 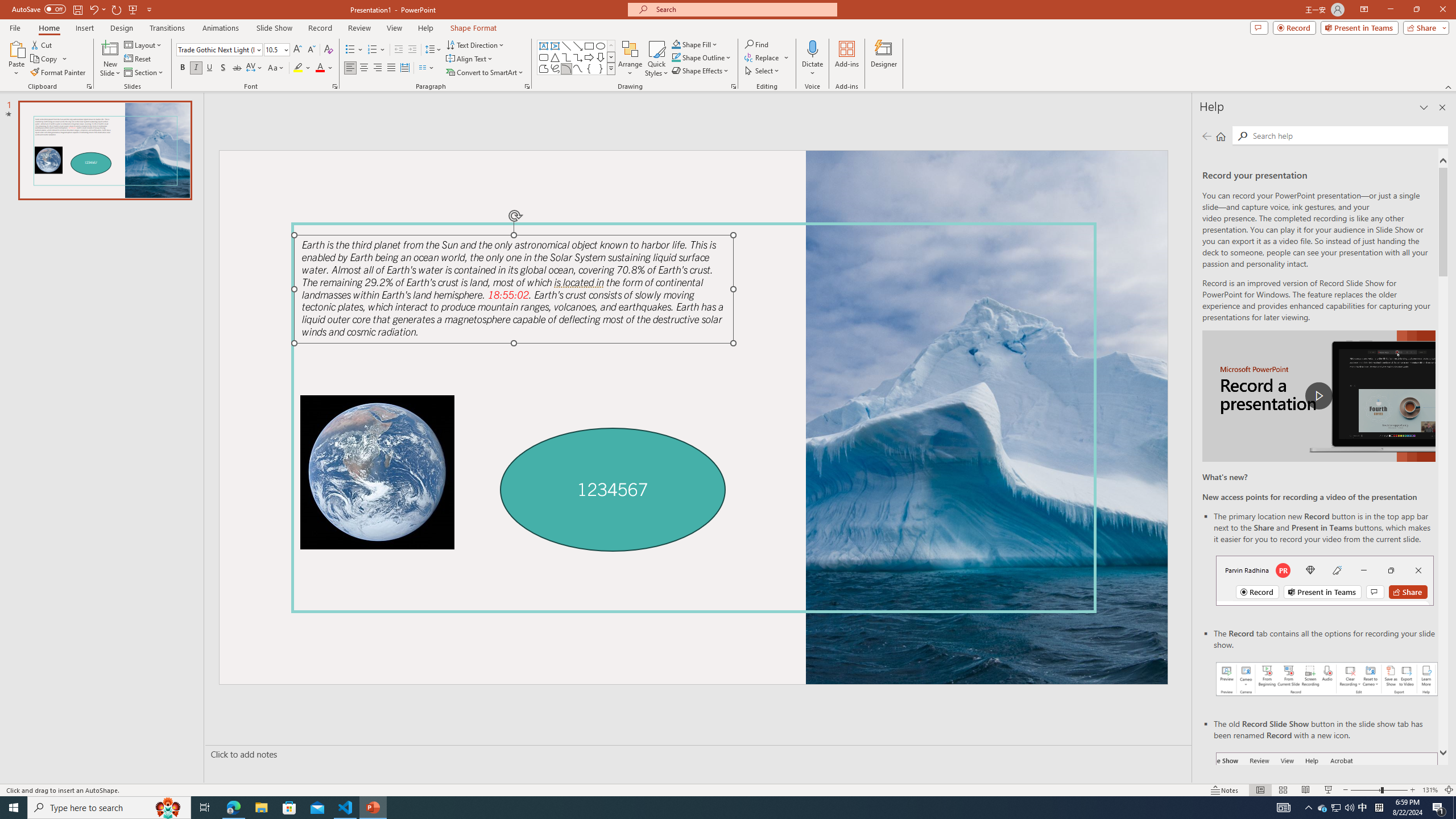 What do you see at coordinates (1318, 396) in the screenshot?
I see `'play Record a Presentation'` at bounding box center [1318, 396].